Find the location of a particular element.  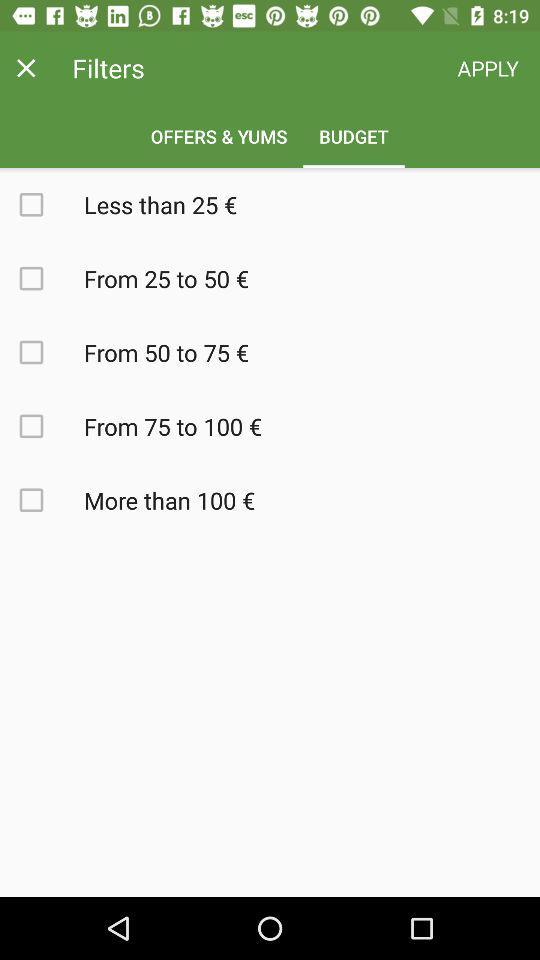

choose between 25 and 50 euros is located at coordinates (42, 277).